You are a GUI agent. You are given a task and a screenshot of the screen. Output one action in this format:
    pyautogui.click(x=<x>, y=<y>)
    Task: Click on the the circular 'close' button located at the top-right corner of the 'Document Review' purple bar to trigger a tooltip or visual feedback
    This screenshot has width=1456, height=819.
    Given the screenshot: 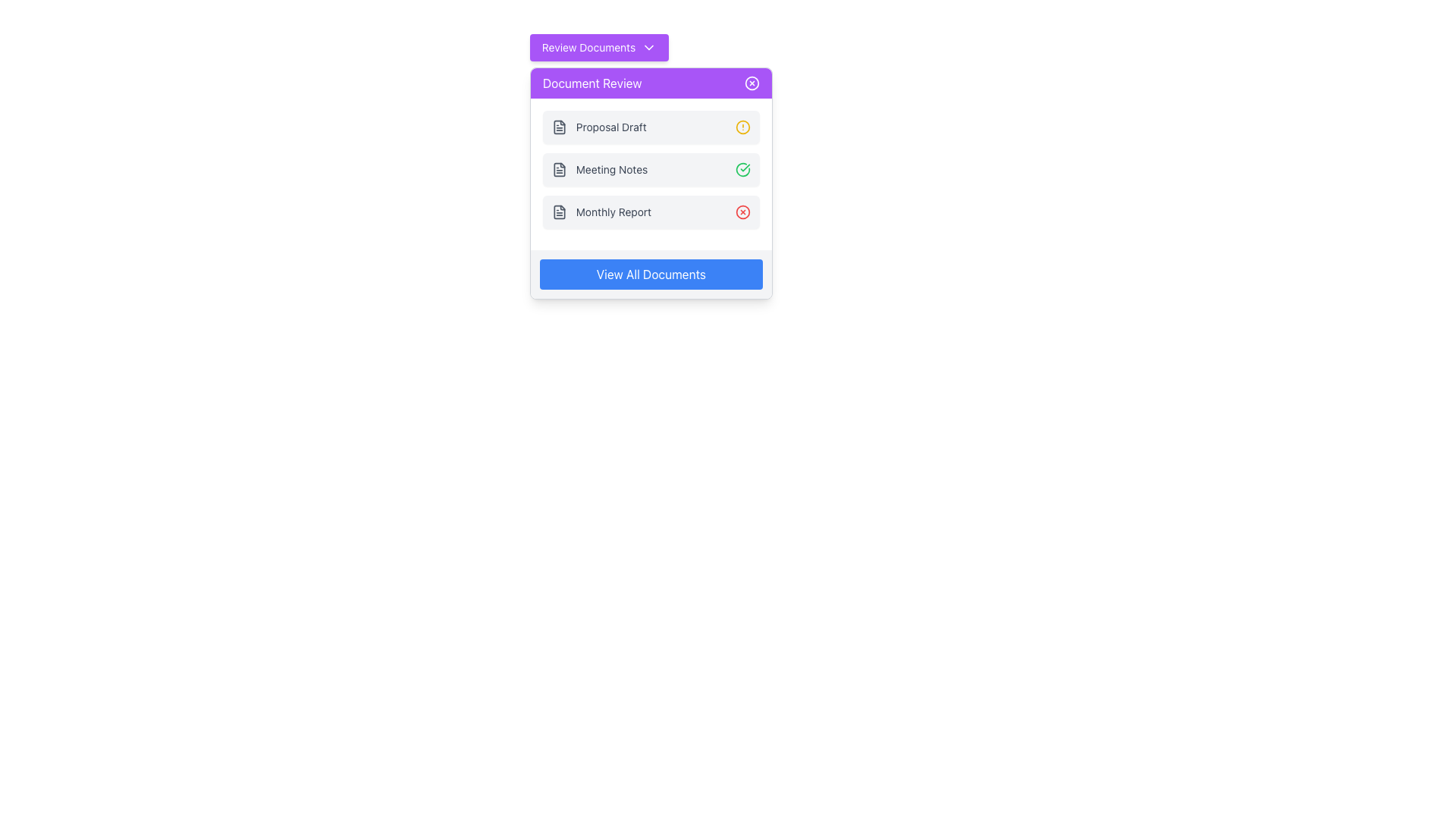 What is the action you would take?
    pyautogui.click(x=752, y=83)
    